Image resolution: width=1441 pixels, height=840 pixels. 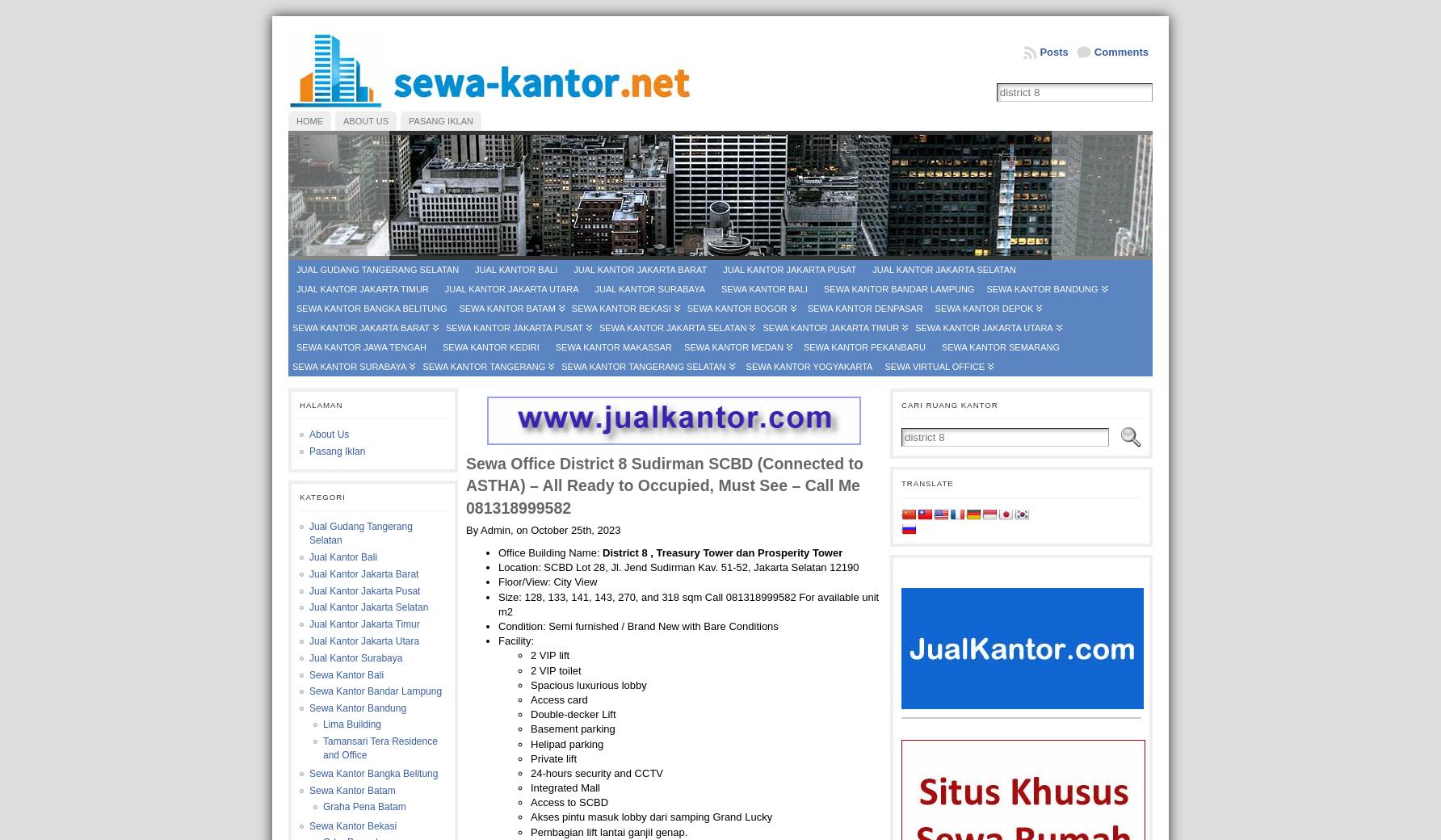 What do you see at coordinates (613, 347) in the screenshot?
I see `'Sewa Kantor Makassar'` at bounding box center [613, 347].